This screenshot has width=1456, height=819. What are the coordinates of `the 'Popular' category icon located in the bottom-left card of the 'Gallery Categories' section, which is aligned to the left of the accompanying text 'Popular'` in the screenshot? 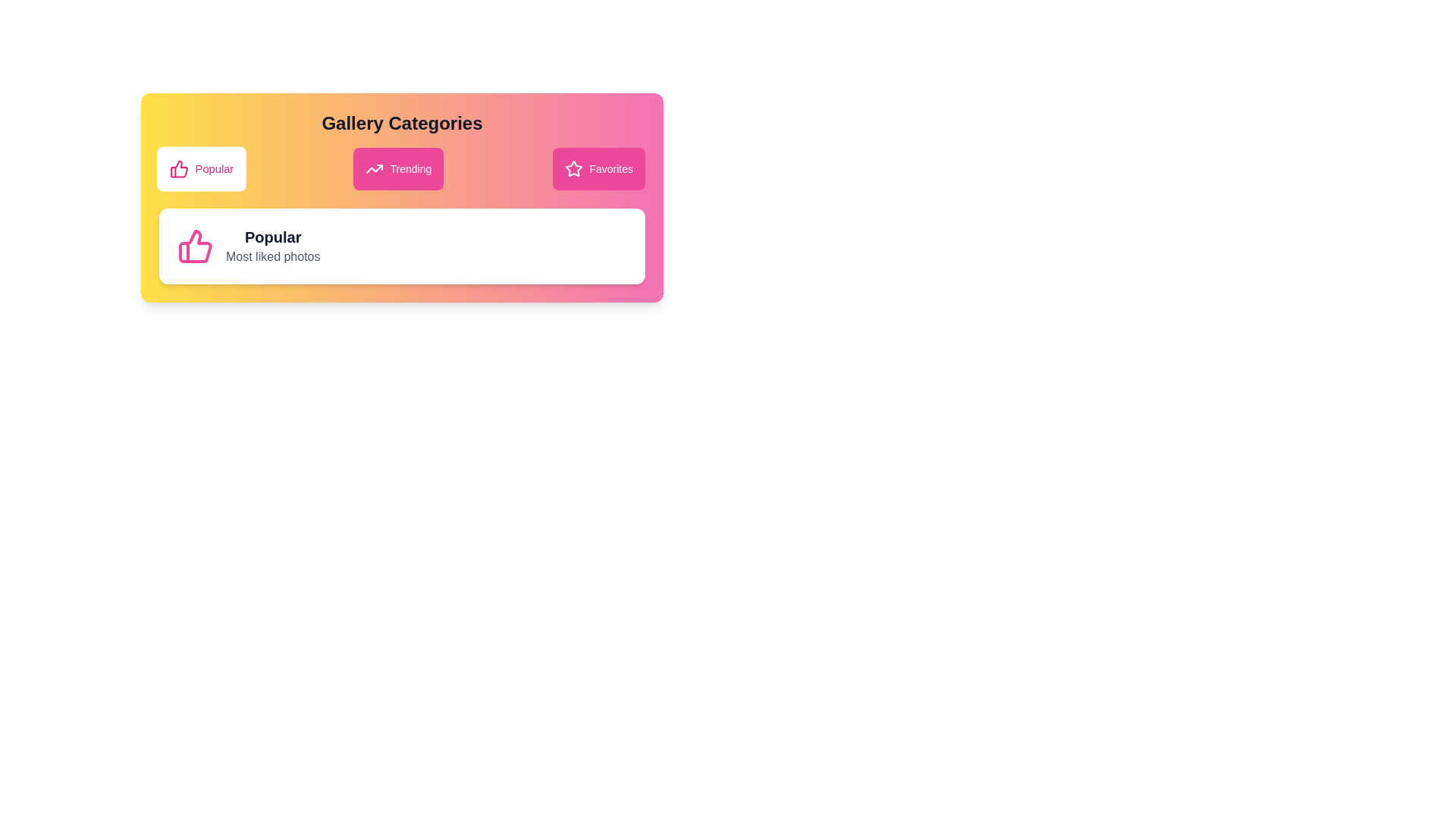 It's located at (179, 169).